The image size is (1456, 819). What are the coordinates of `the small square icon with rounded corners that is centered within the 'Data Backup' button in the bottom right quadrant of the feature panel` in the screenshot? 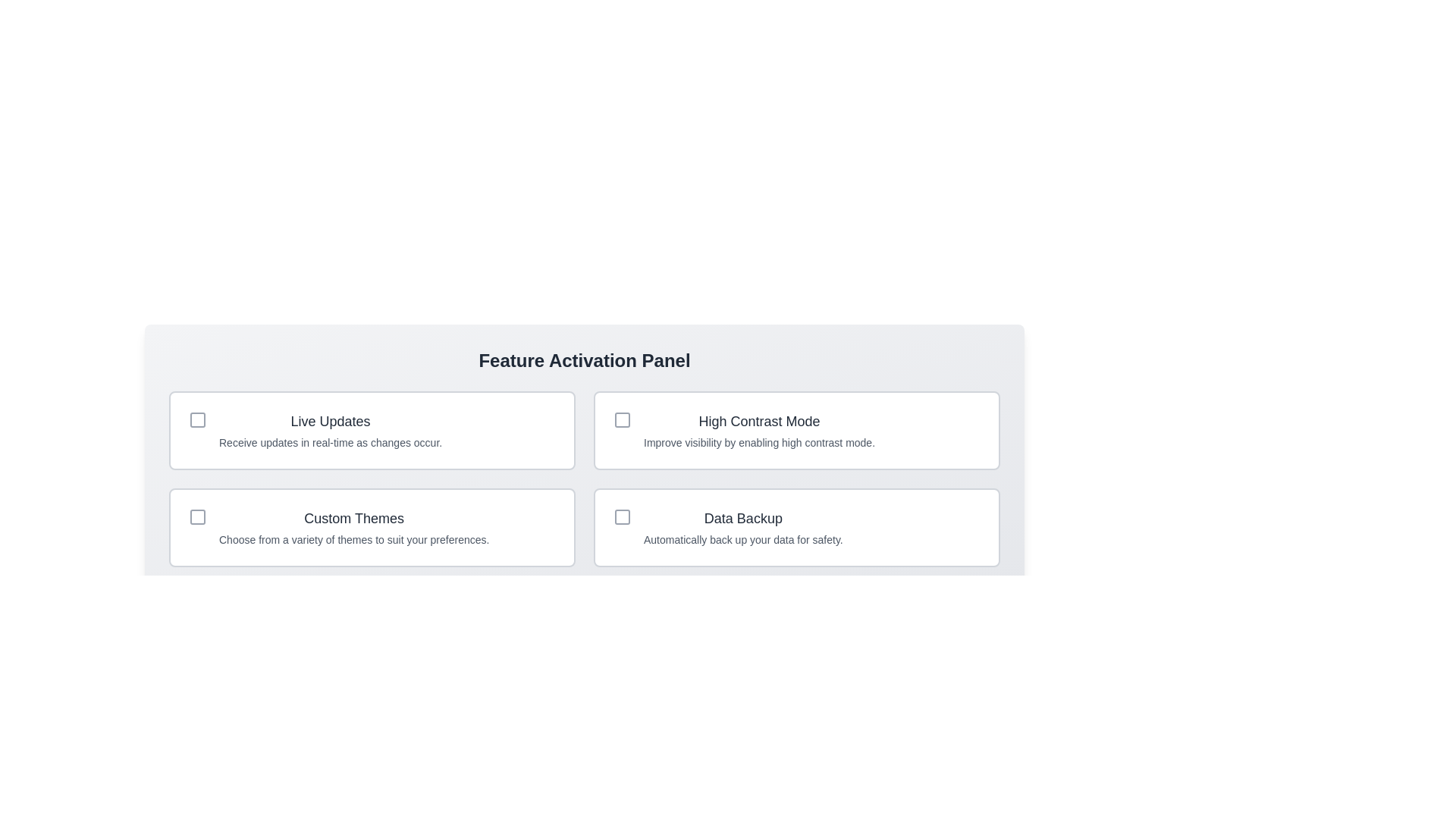 It's located at (622, 516).